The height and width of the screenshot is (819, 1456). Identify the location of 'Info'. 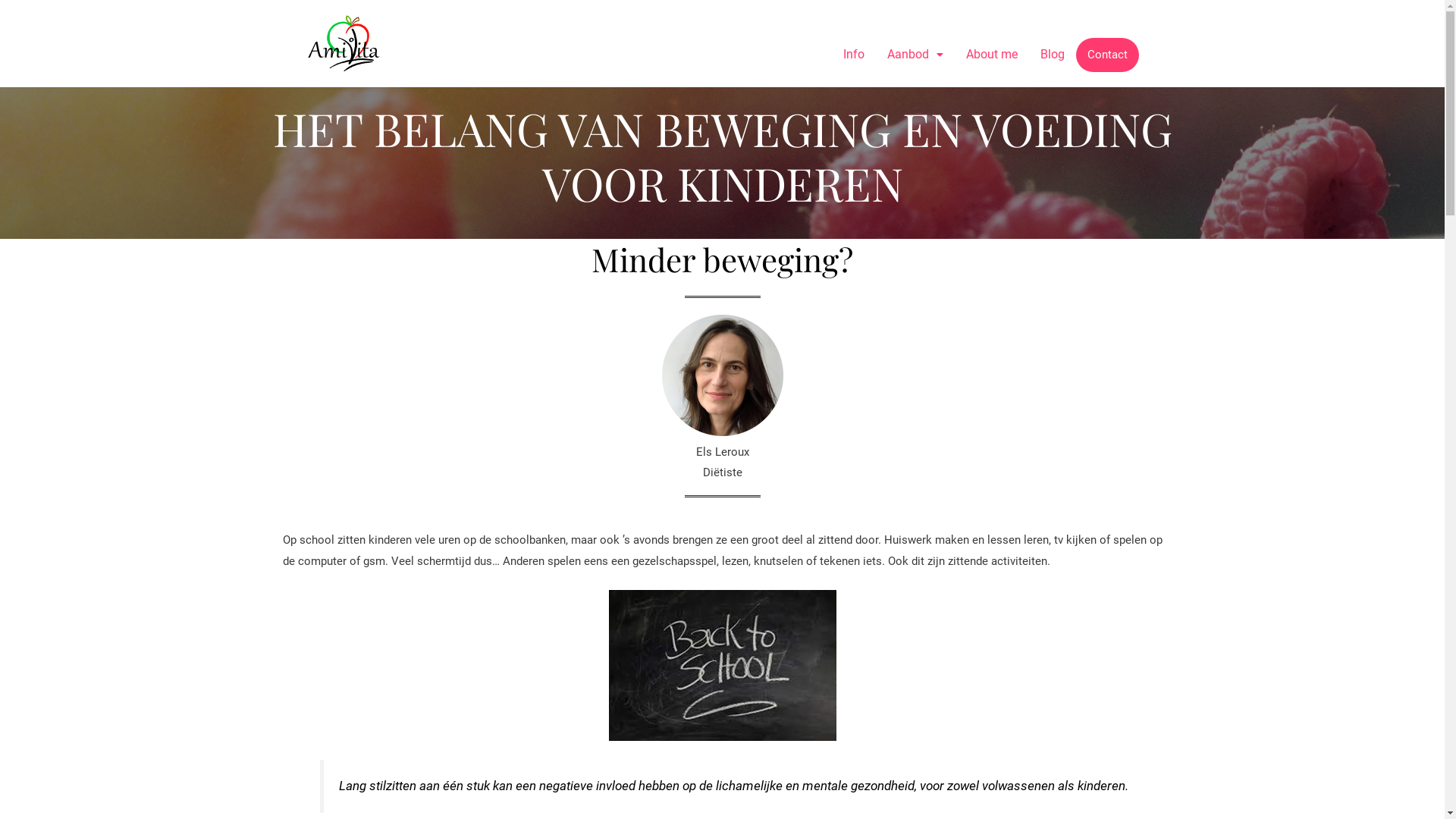
(854, 54).